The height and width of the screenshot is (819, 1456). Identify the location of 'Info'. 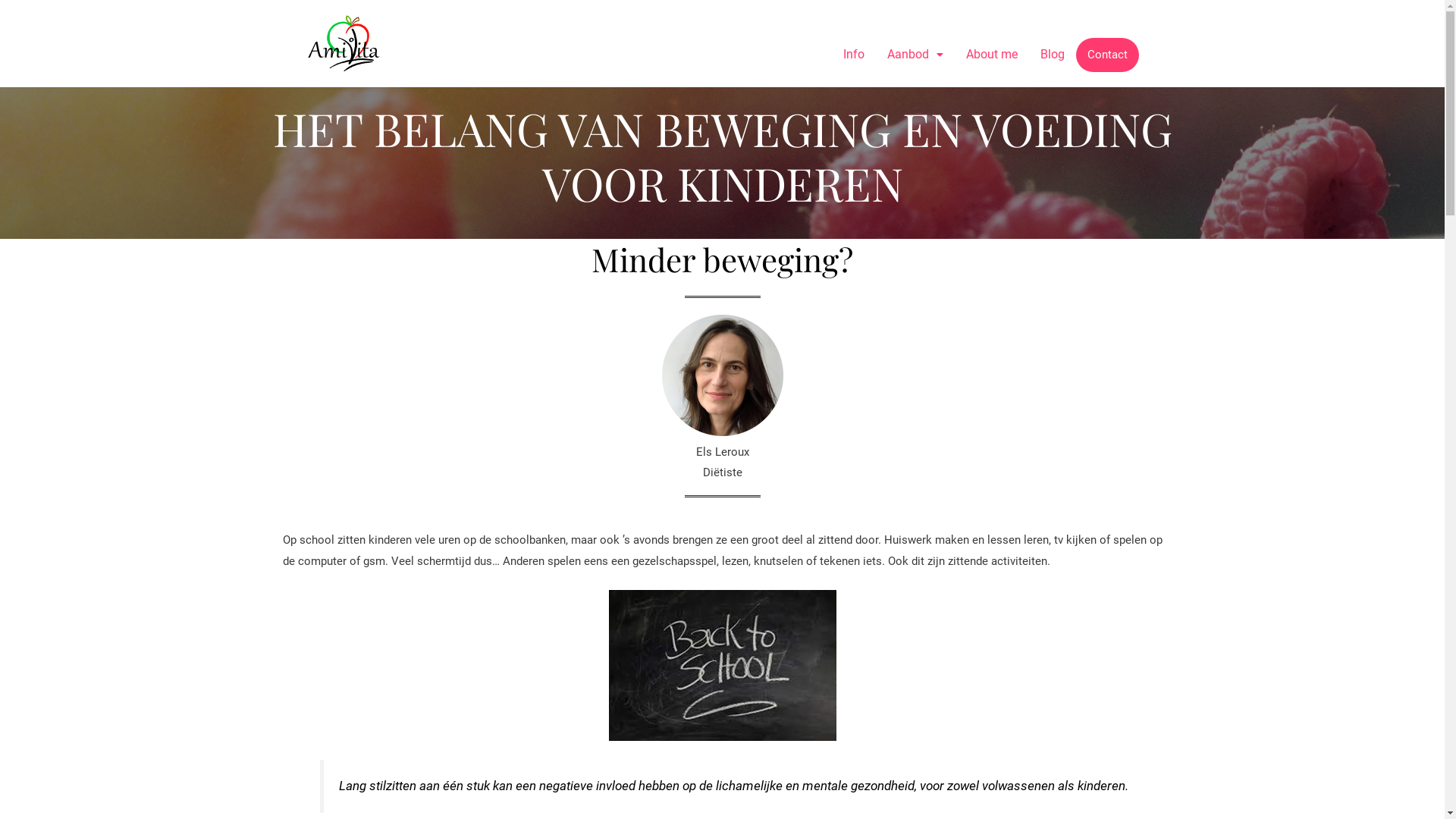
(854, 54).